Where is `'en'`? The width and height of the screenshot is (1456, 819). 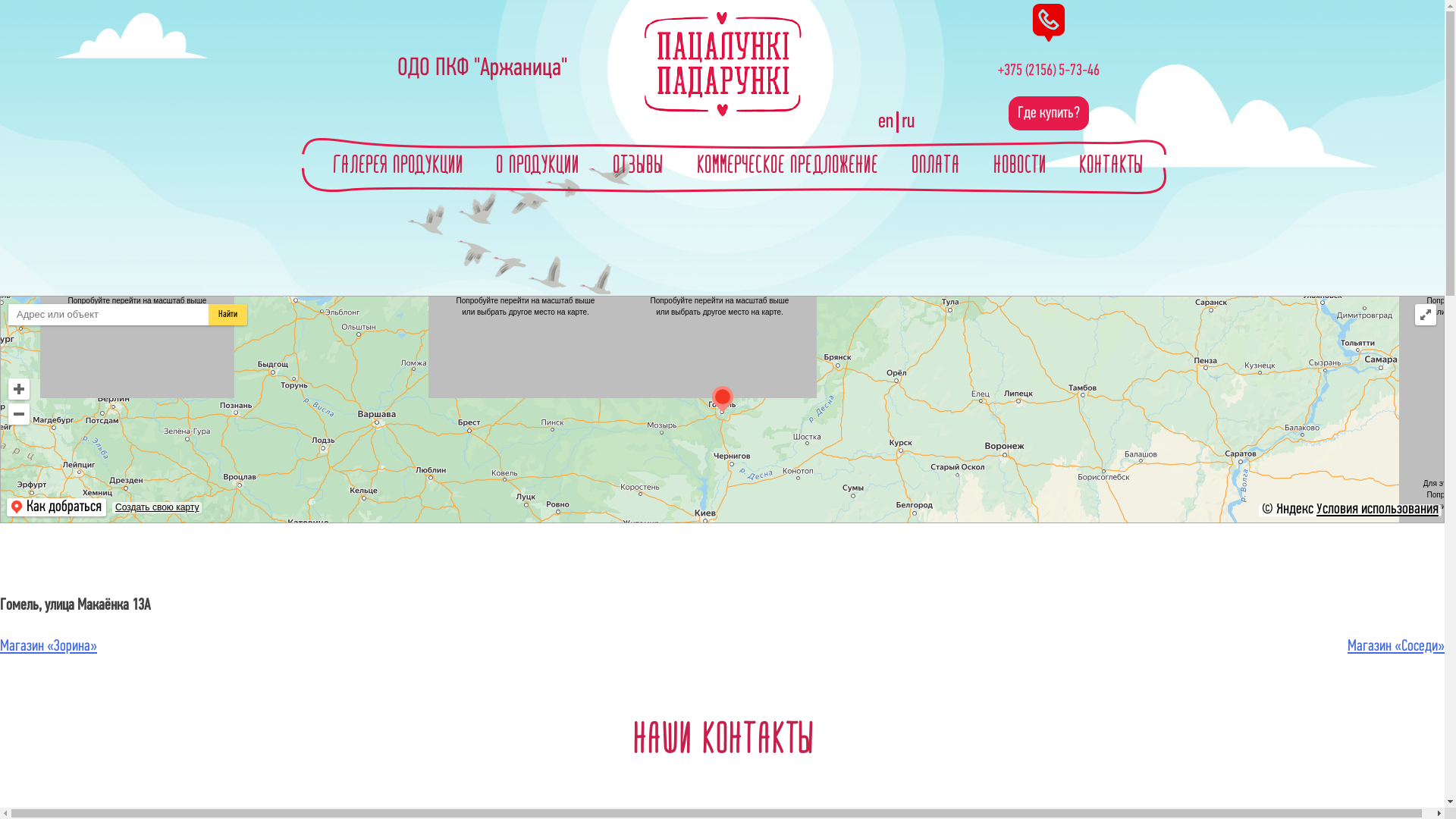 'en' is located at coordinates (888, 121).